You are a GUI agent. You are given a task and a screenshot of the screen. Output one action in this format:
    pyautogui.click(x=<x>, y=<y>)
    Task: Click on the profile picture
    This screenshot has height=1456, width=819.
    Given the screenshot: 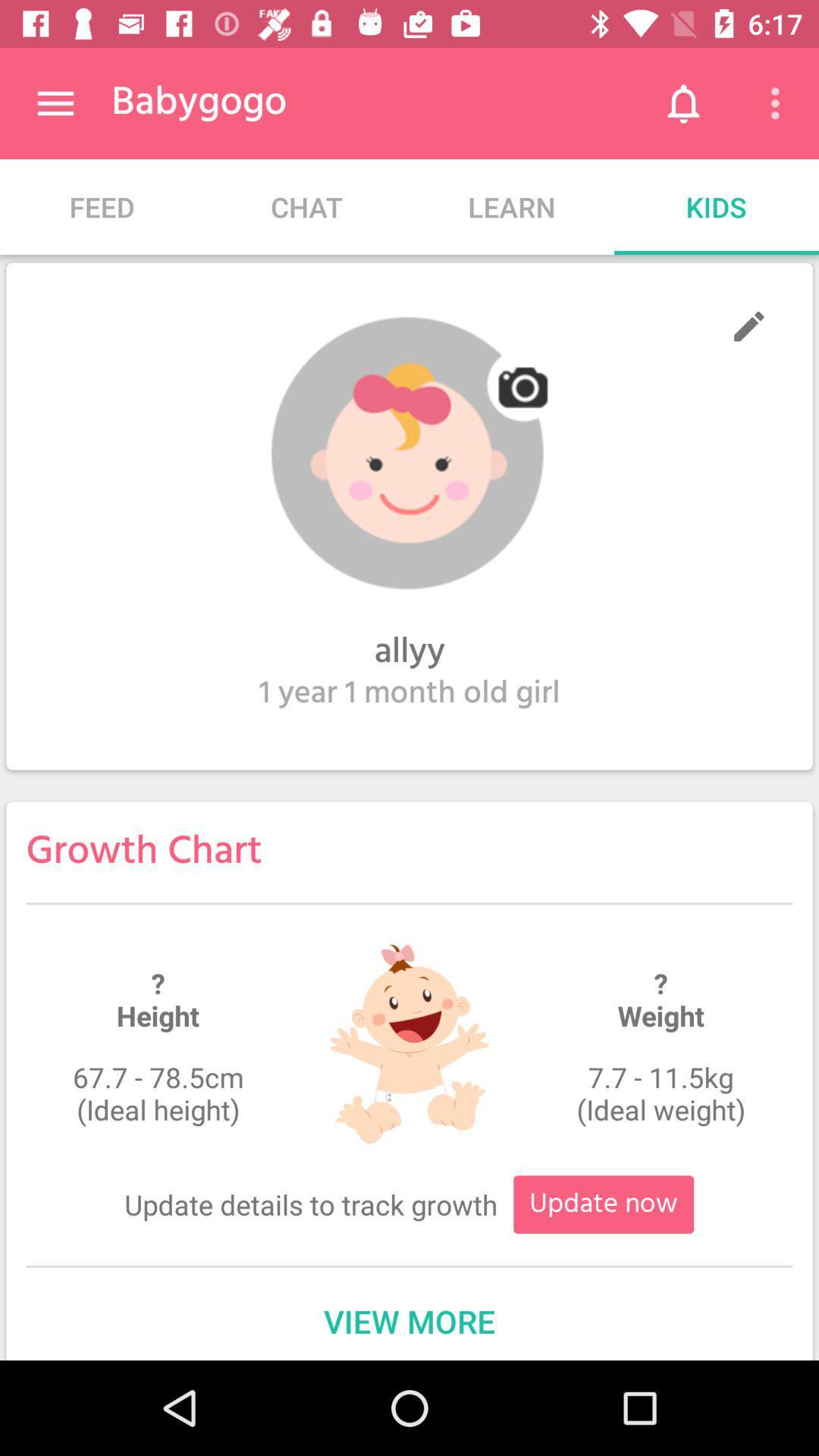 What is the action you would take?
    pyautogui.click(x=409, y=453)
    